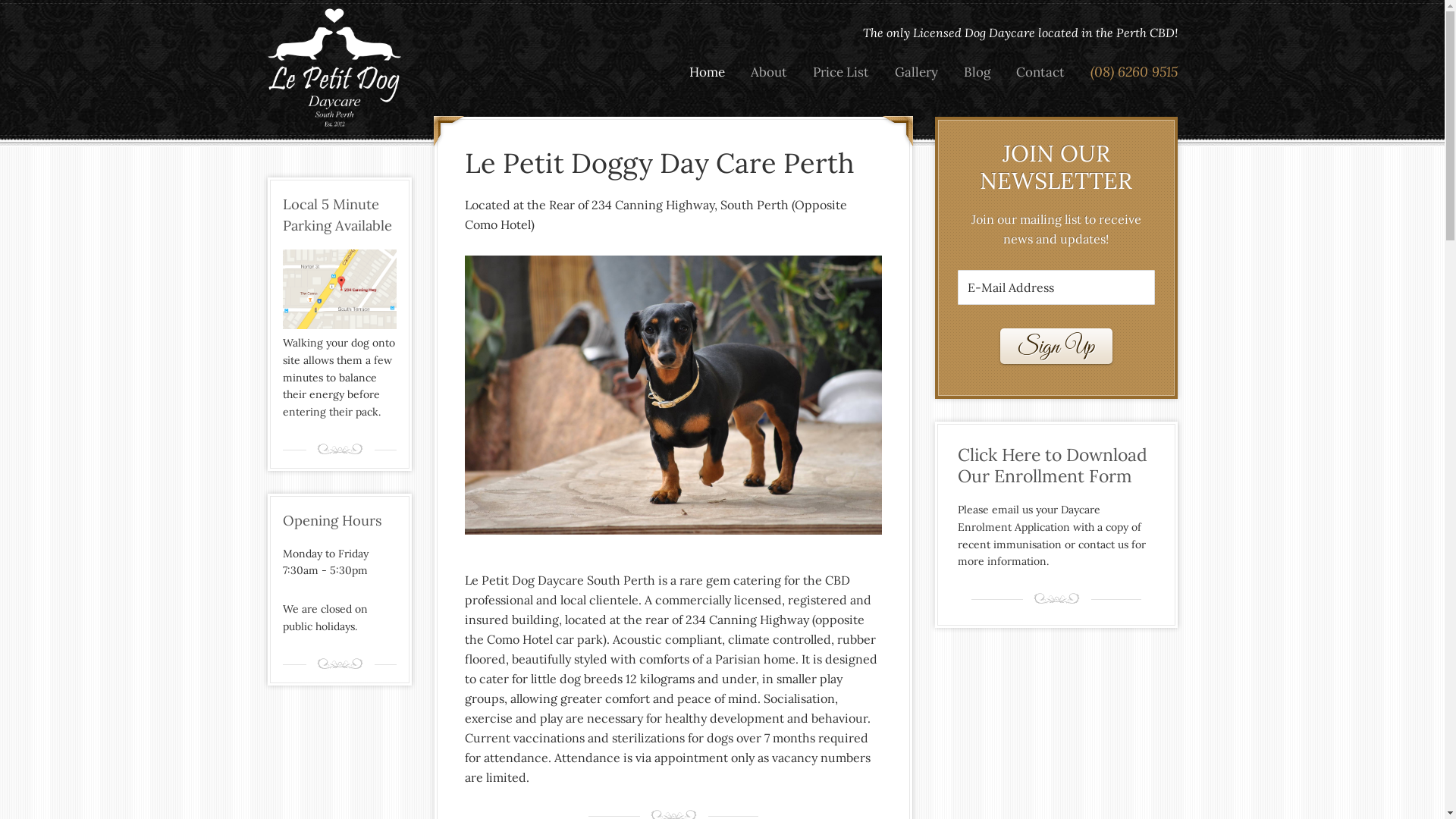  Describe the element at coordinates (1055, 346) in the screenshot. I see `'Sign Up'` at that location.